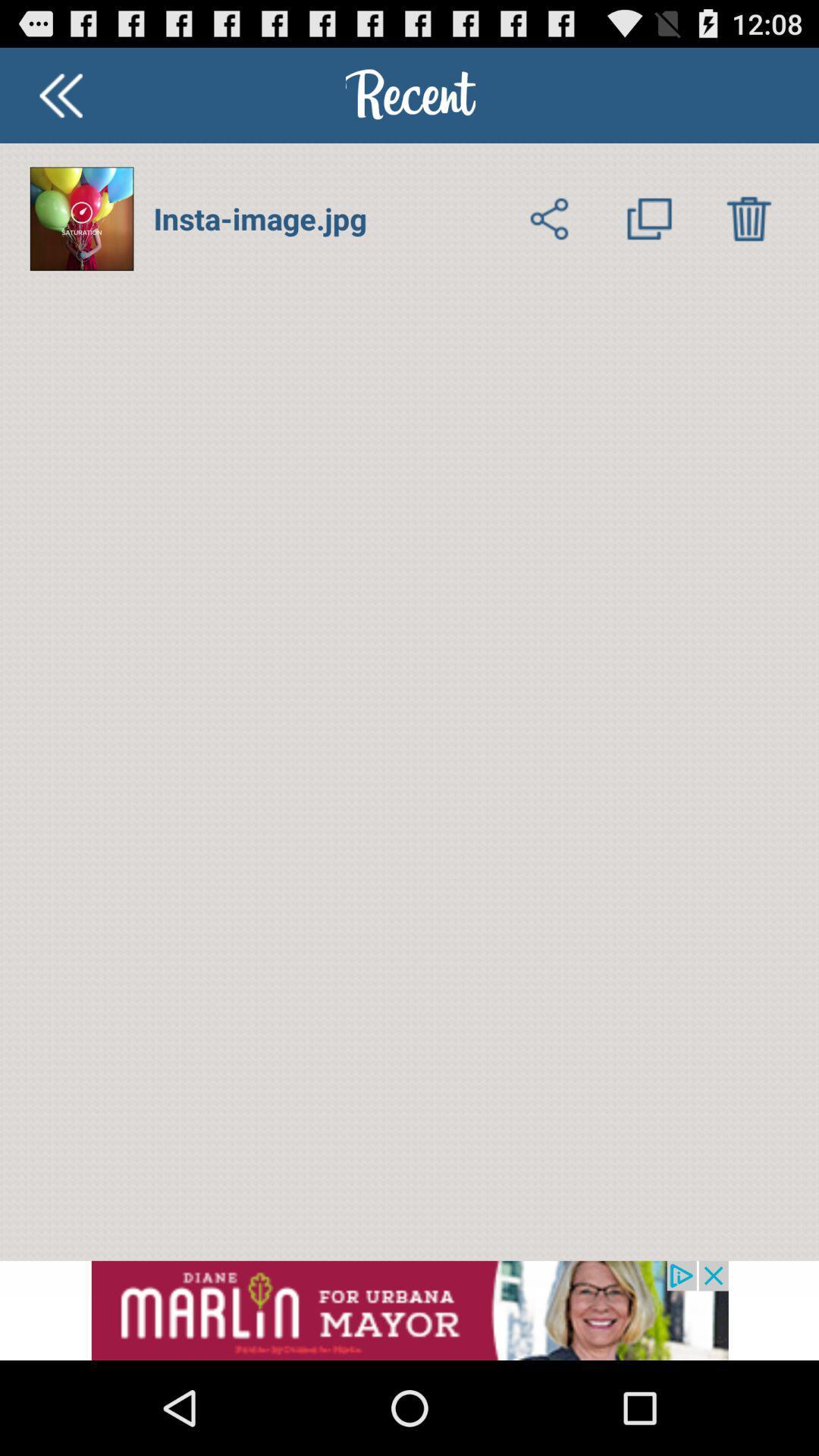 This screenshot has height=1456, width=819. I want to click on share, so click(550, 218).